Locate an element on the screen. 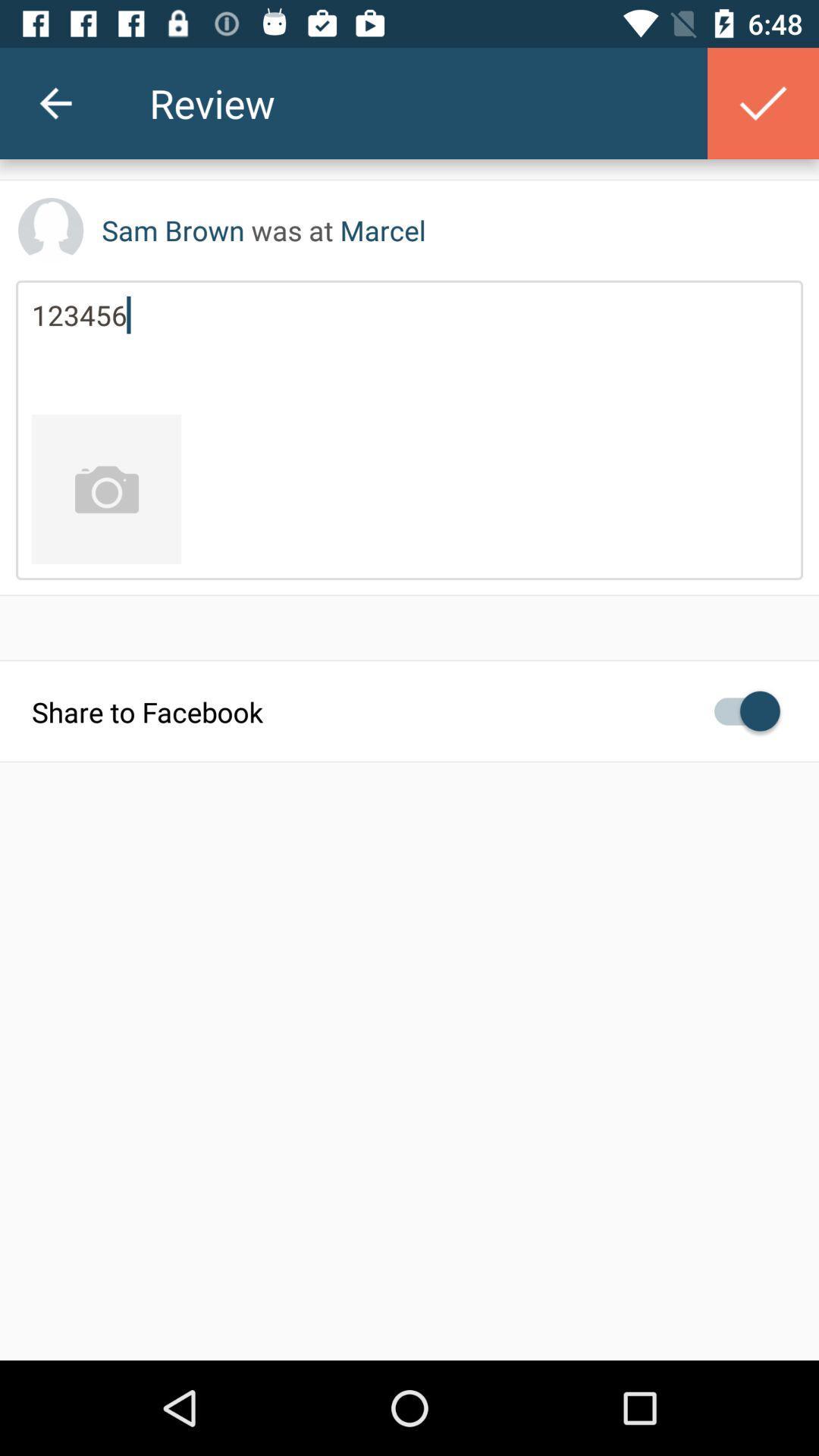  the photo icon is located at coordinates (105, 489).